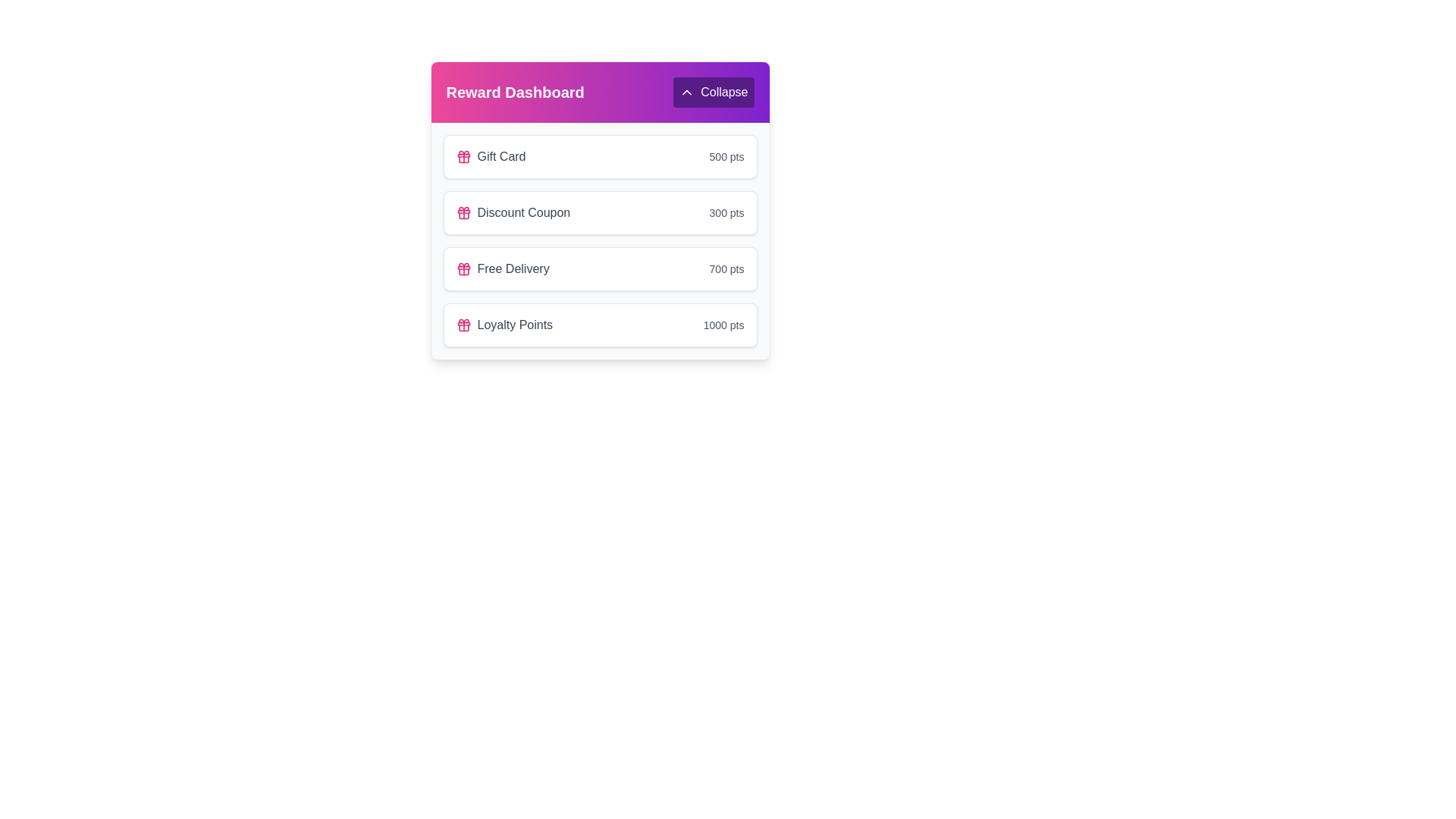  What do you see at coordinates (513, 213) in the screenshot?
I see `the 'Discount Coupon' label with pink gift icon for keyboard navigation` at bounding box center [513, 213].